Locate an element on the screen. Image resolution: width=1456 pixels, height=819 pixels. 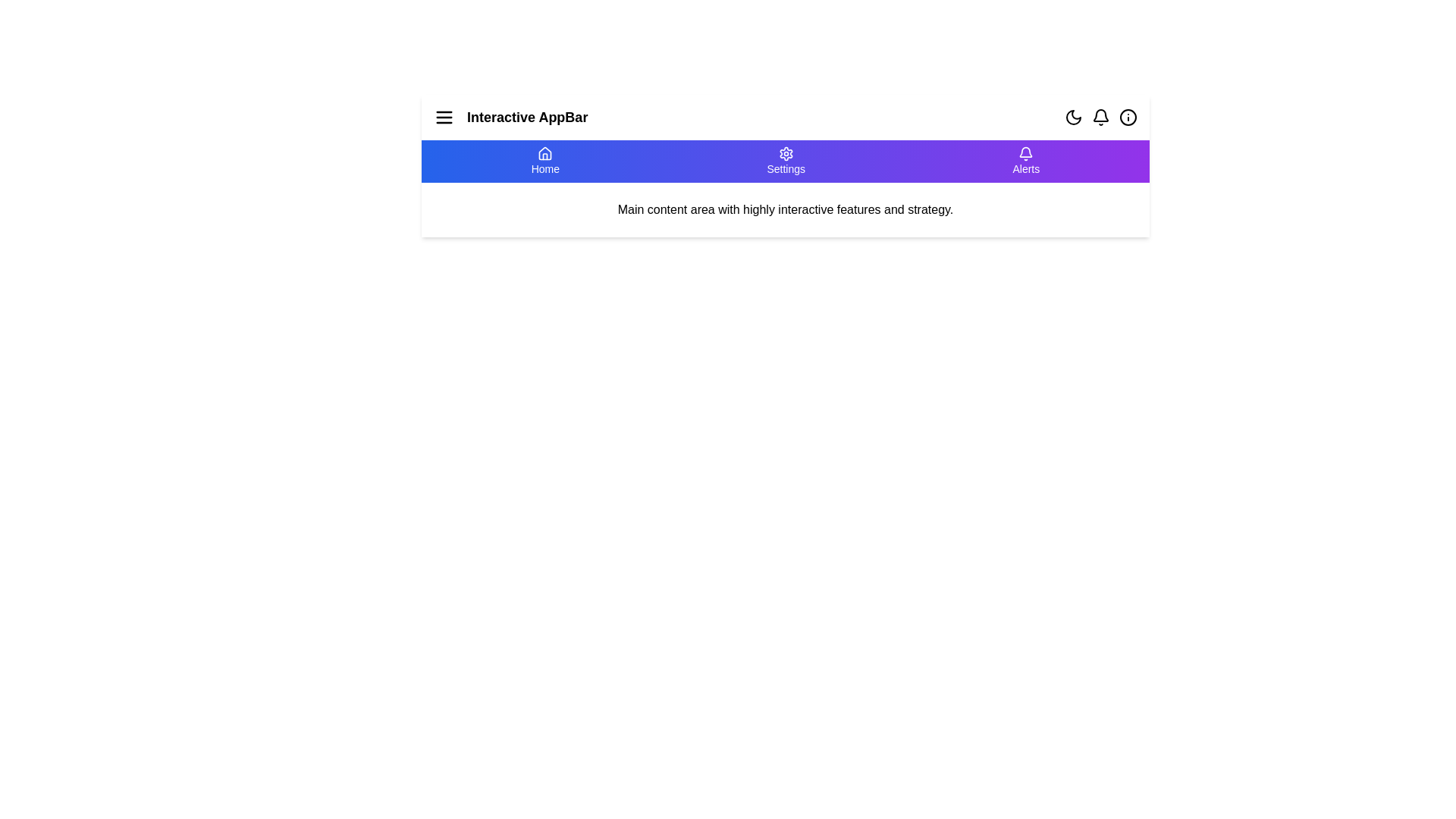
the moon/sun icon to toggle the dark mode is located at coordinates (1073, 116).